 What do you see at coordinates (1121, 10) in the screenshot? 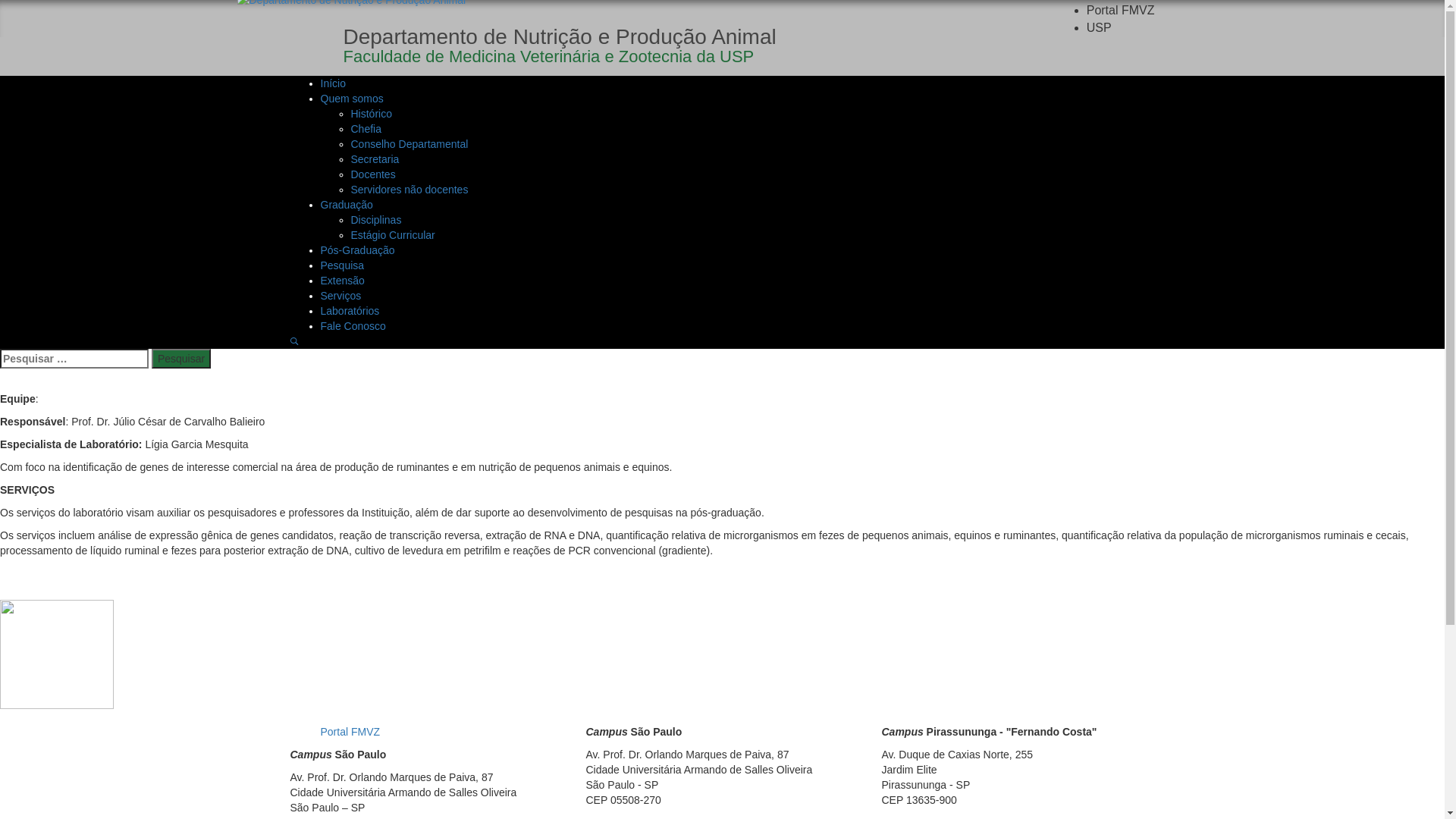
I see `'Portal FMVZ'` at bounding box center [1121, 10].